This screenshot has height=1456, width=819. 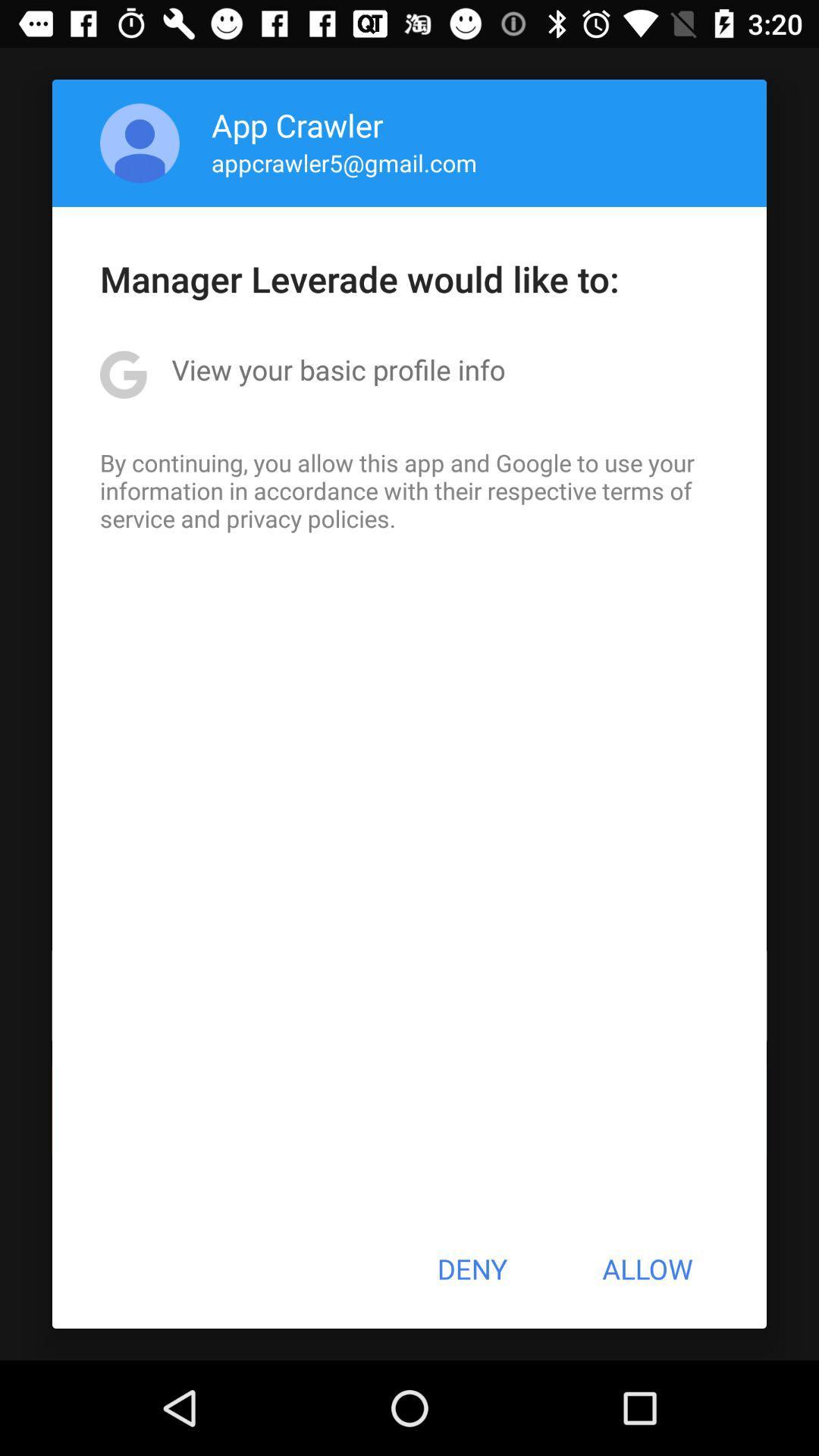 I want to click on icon below manager leverade would item, so click(x=337, y=369).